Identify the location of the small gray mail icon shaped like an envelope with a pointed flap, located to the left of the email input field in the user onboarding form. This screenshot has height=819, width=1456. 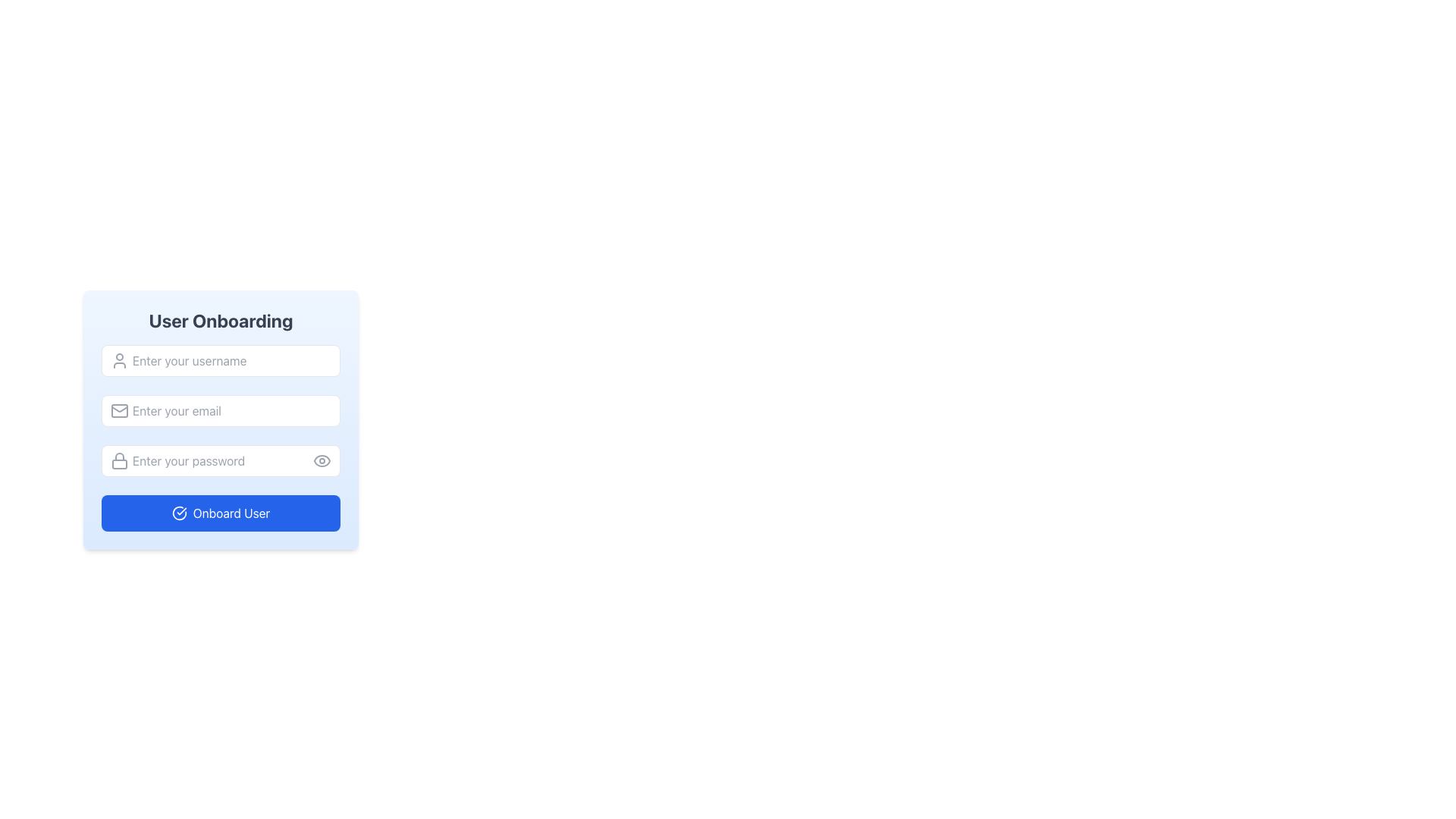
(119, 411).